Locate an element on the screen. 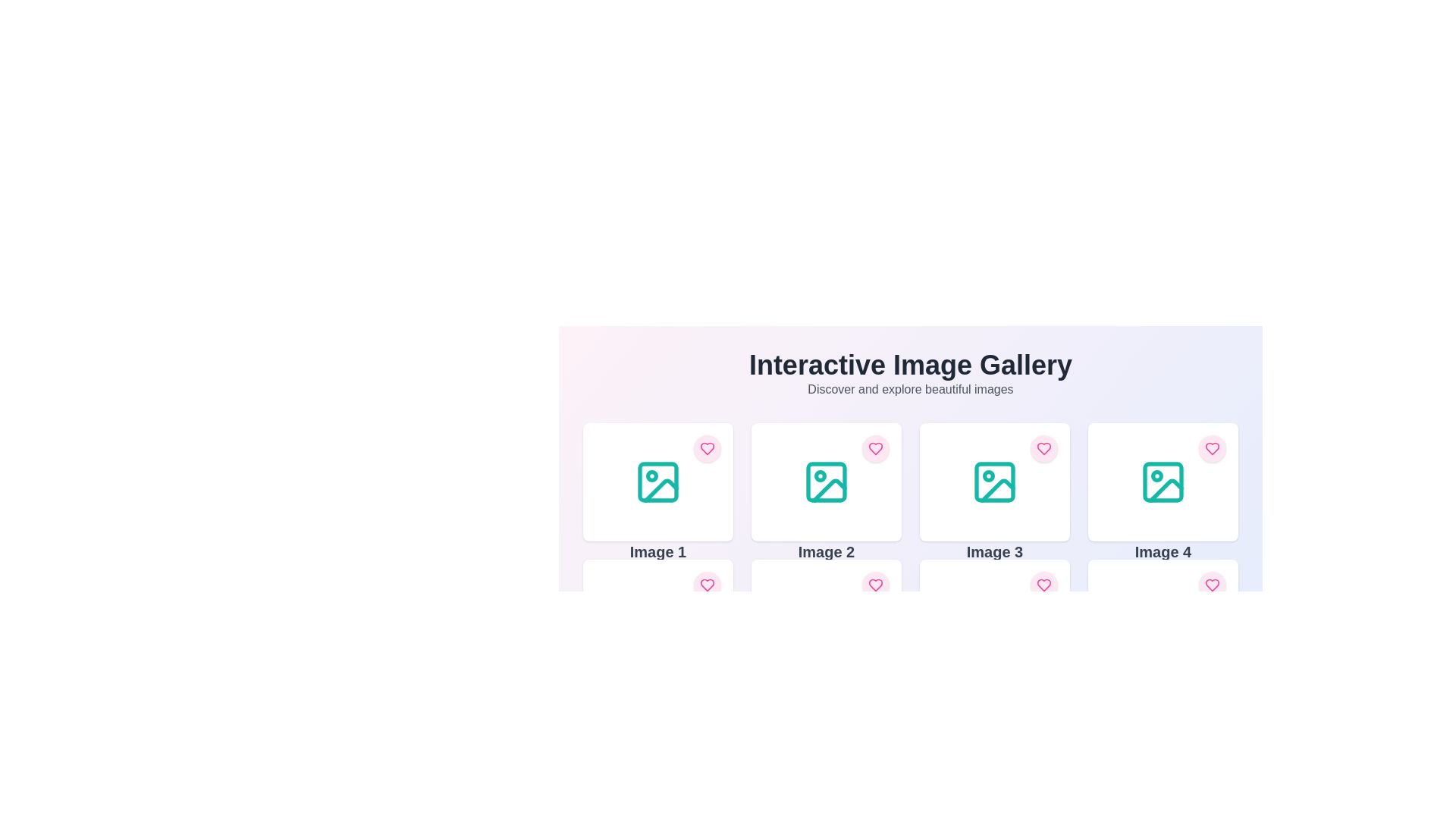 This screenshot has width=1456, height=819. the heart-shaped icon with a pink outline located in the top-right corner of the fourth image card to like or unlike it is located at coordinates (1211, 584).